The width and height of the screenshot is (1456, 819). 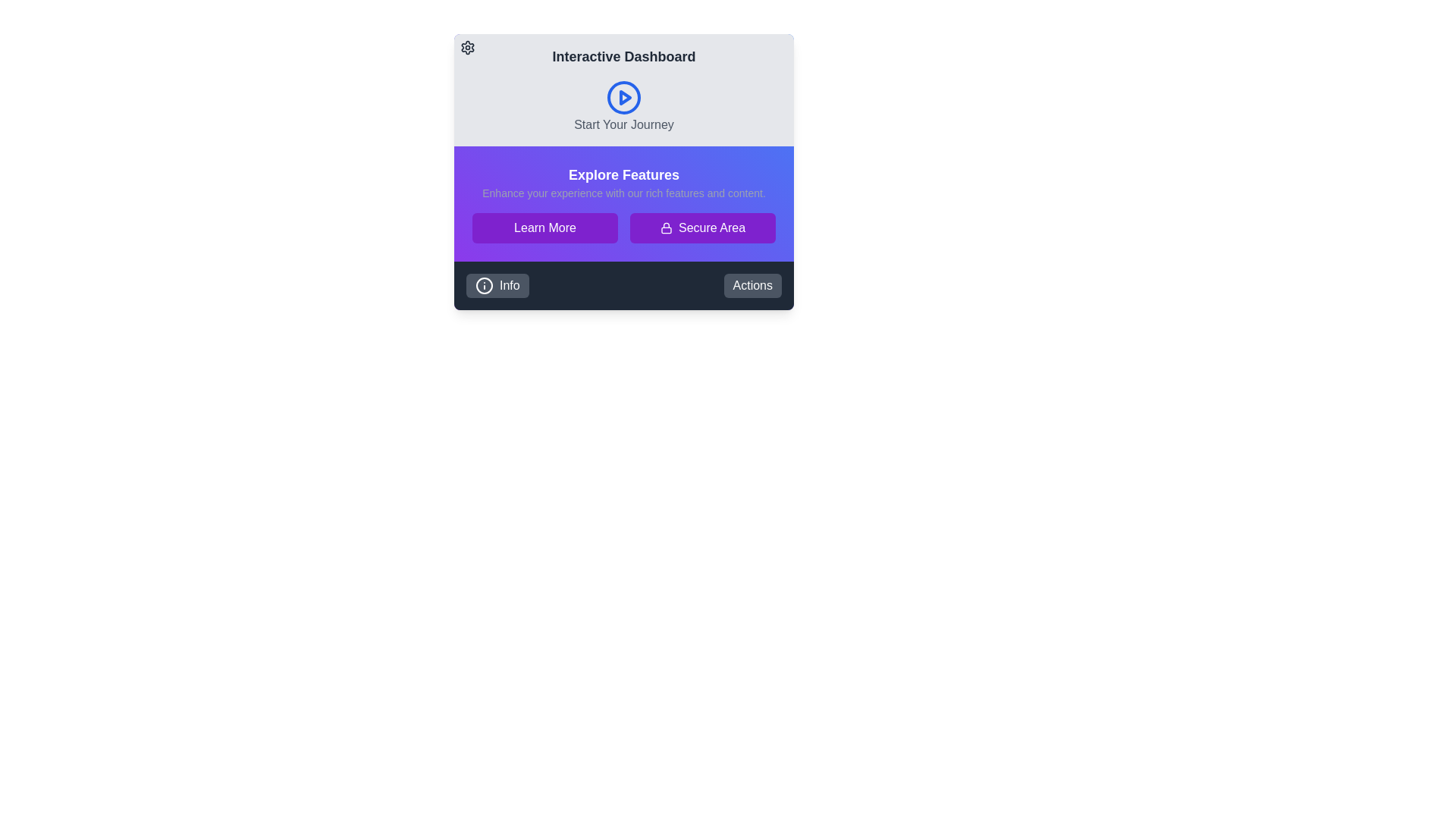 I want to click on the label for the button located in the middle section of the card-like widget, positioned, so click(x=545, y=227).